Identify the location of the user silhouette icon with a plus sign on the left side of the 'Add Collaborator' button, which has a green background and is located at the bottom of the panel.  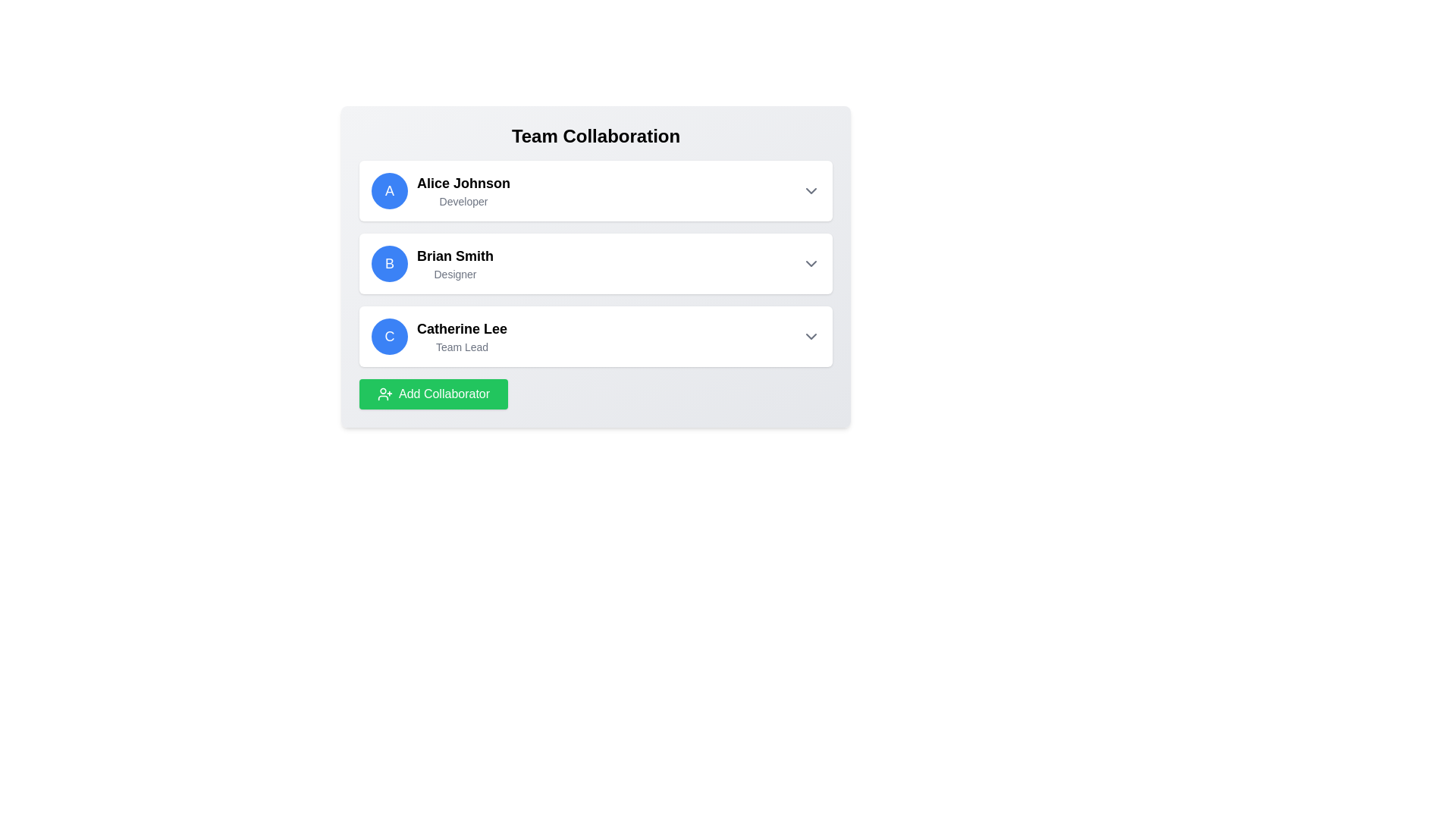
(385, 394).